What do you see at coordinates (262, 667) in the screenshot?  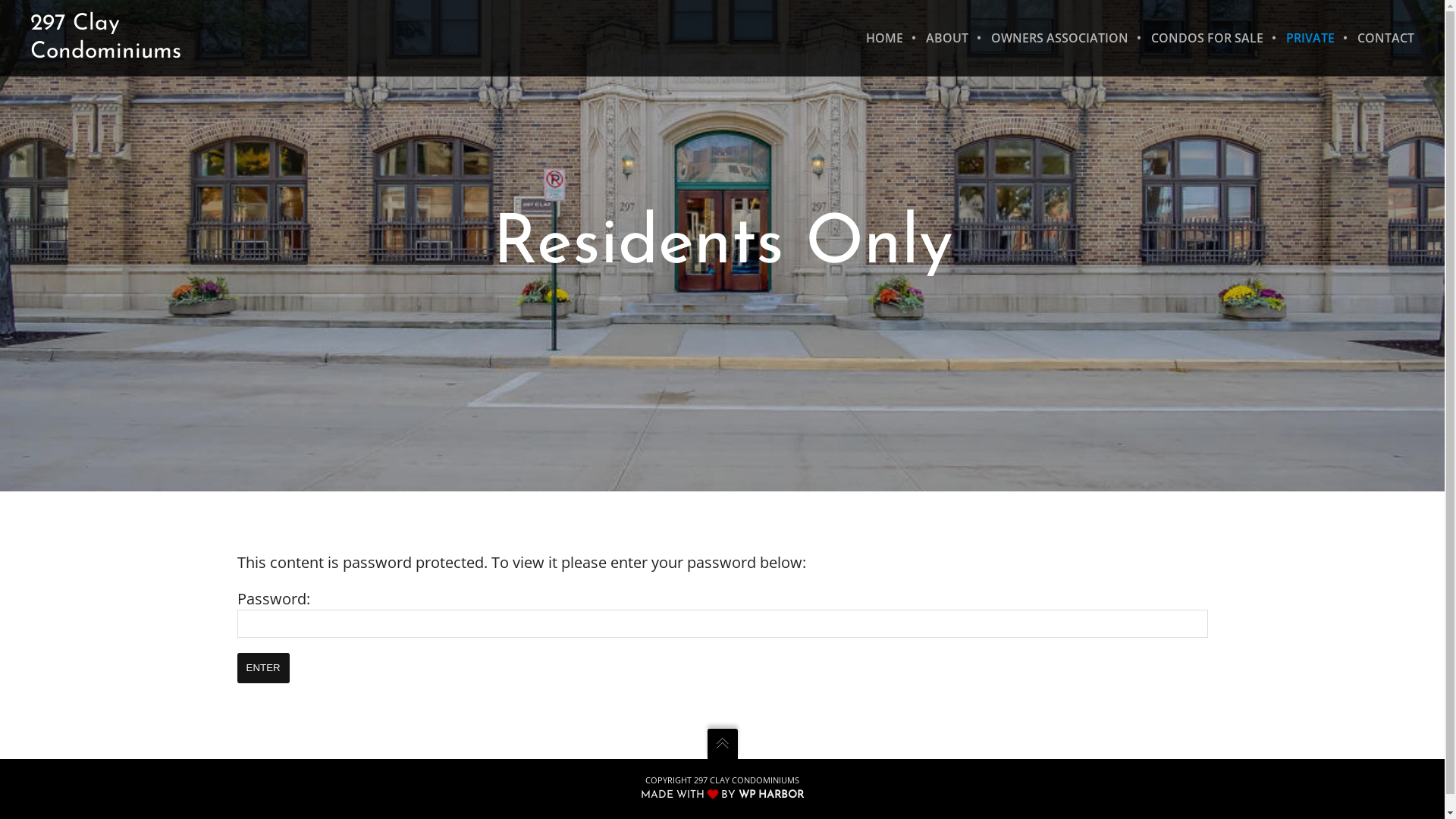 I see `'Enter'` at bounding box center [262, 667].